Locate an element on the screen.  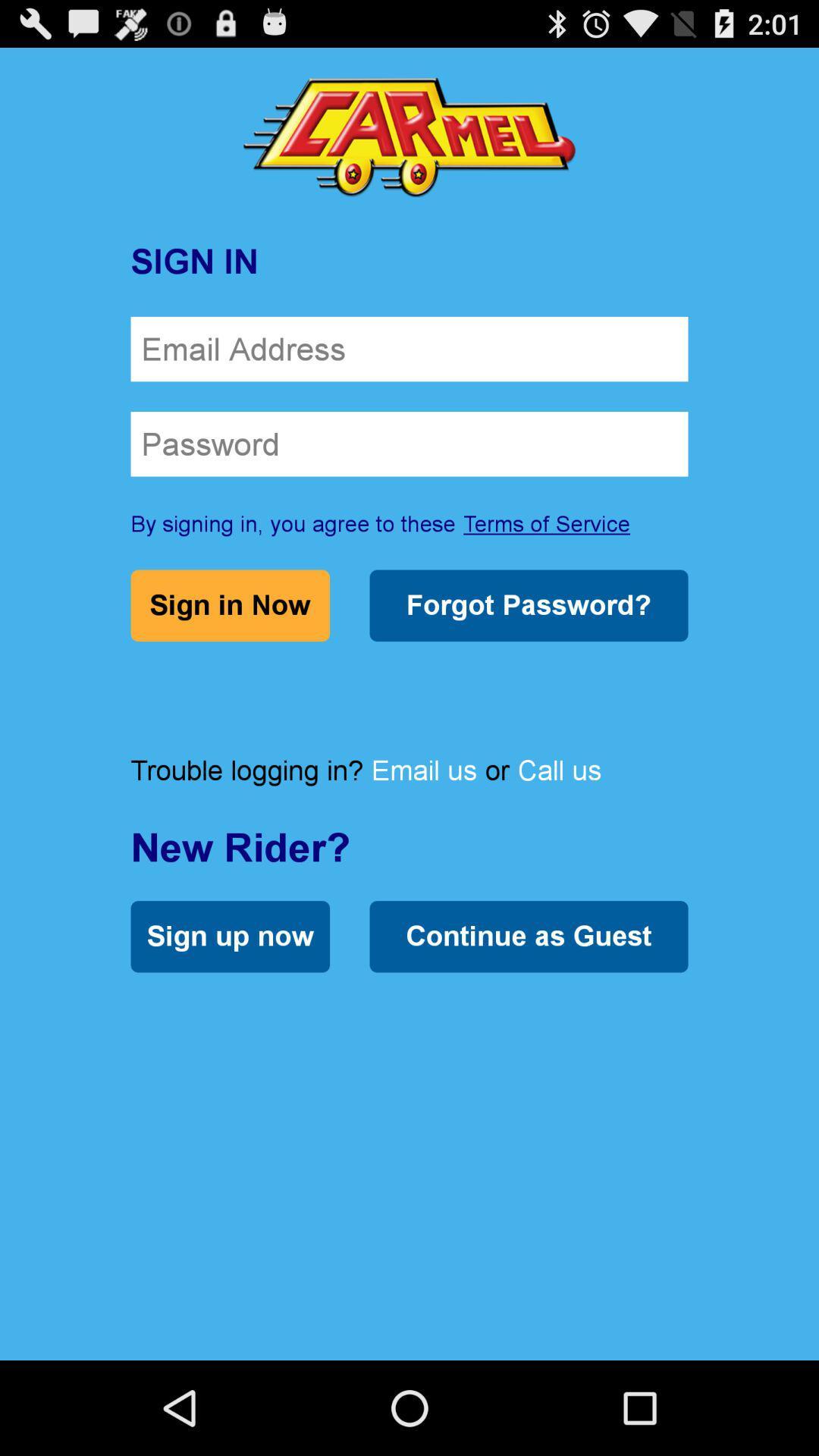
icon below forgot password? is located at coordinates (559, 770).